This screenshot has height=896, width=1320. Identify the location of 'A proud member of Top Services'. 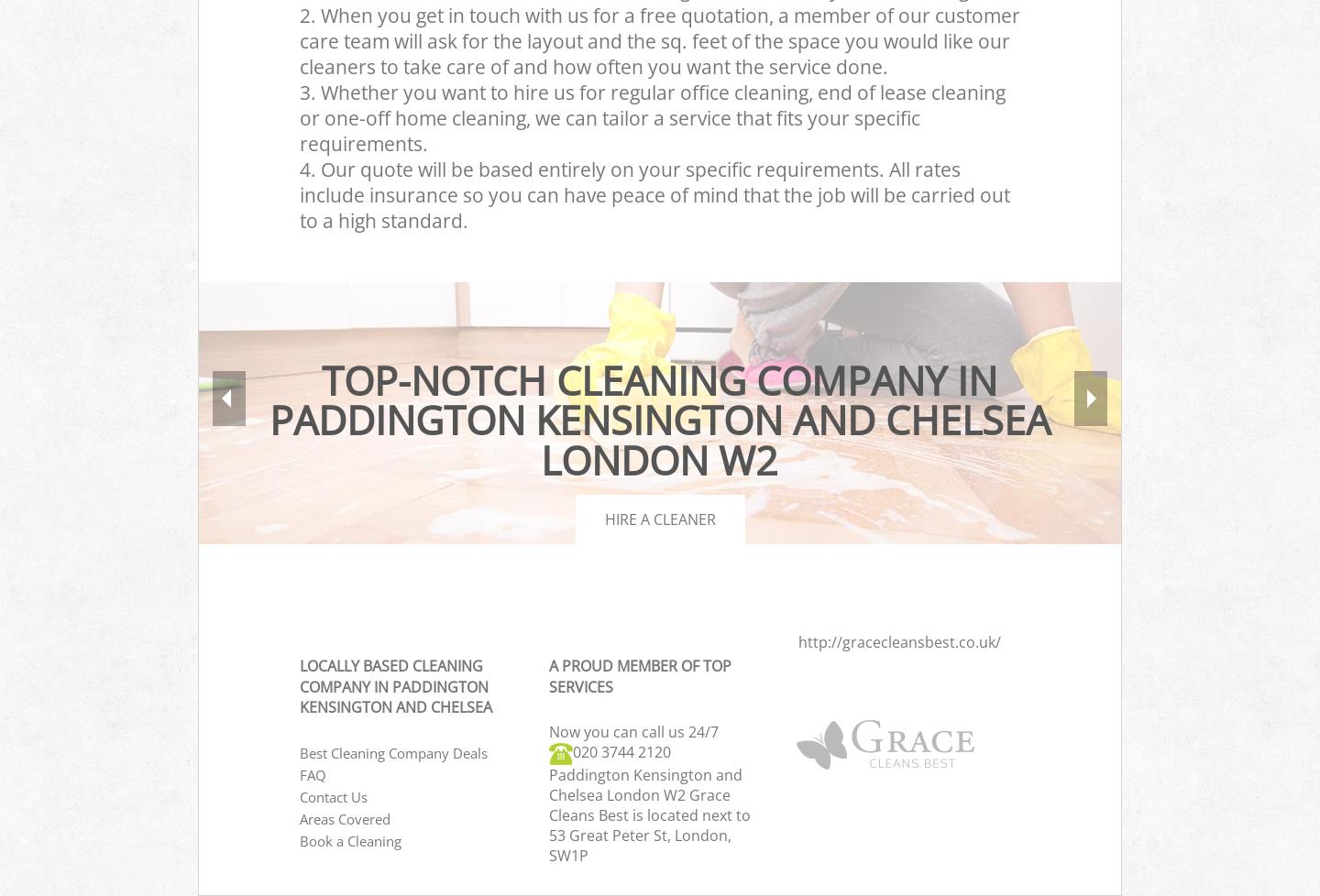
(639, 674).